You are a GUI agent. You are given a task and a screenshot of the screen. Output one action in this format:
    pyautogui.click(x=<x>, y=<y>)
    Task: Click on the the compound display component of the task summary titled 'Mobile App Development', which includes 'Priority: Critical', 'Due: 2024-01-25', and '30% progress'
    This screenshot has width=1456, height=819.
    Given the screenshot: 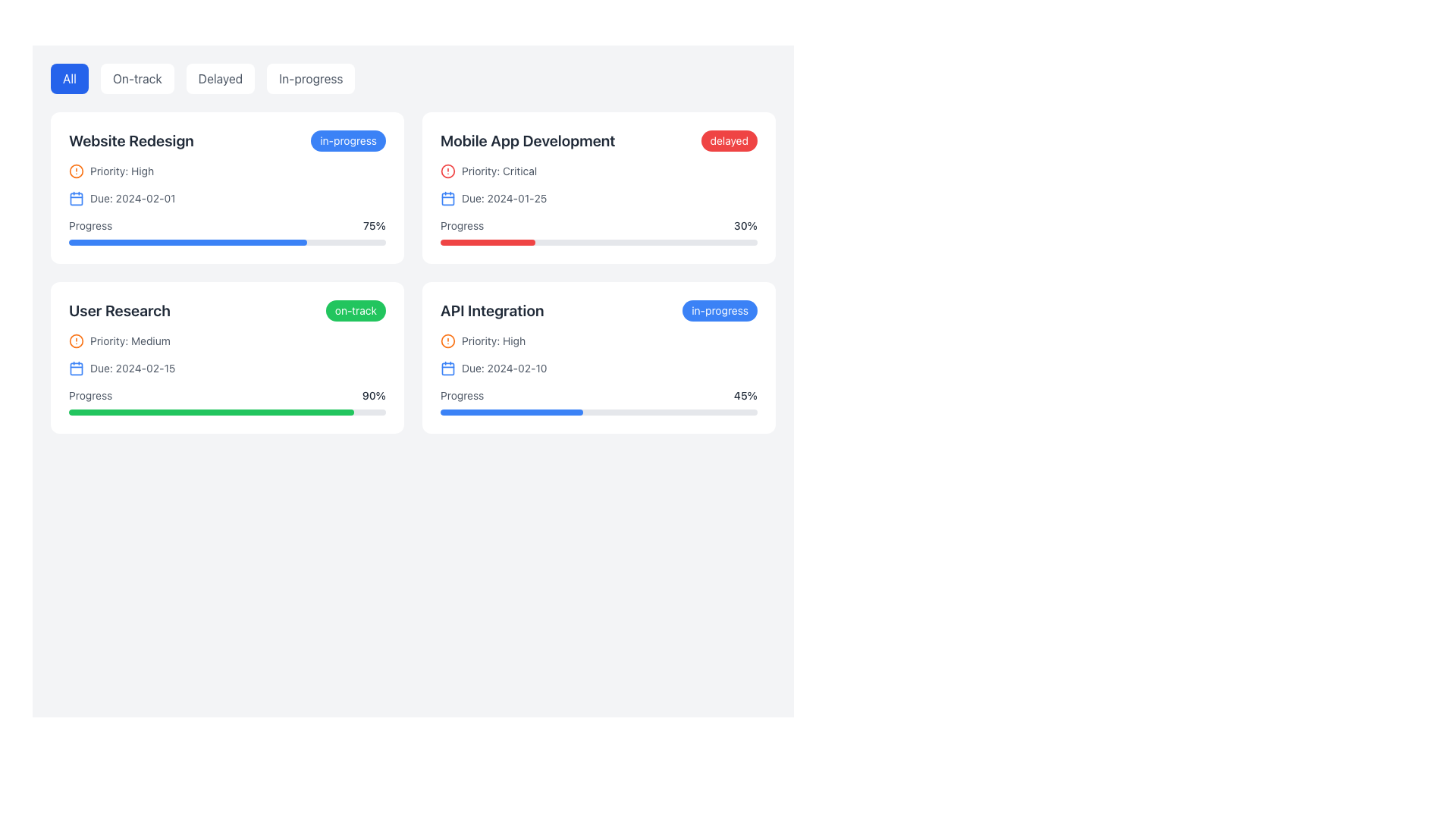 What is the action you would take?
    pyautogui.click(x=598, y=205)
    